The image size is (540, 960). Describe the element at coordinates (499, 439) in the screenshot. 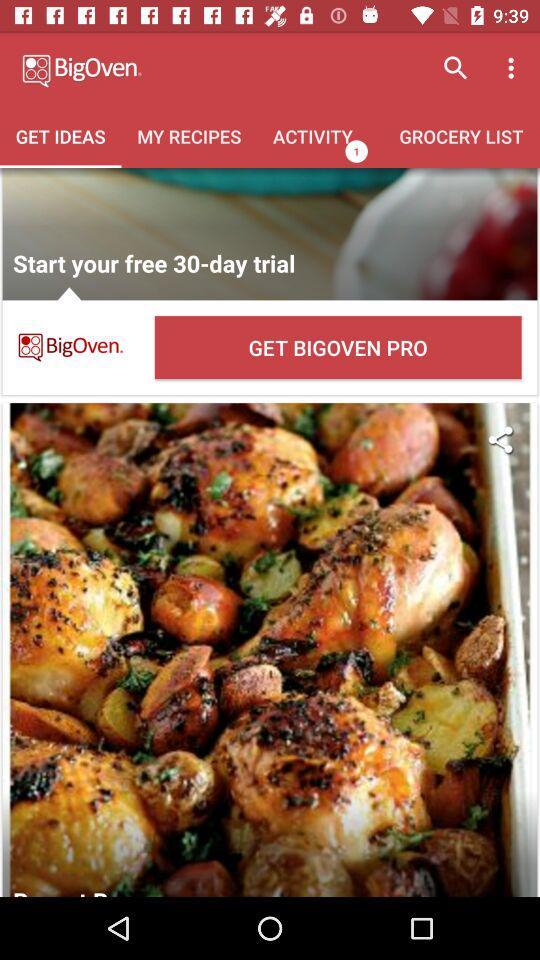

I see `share content` at that location.